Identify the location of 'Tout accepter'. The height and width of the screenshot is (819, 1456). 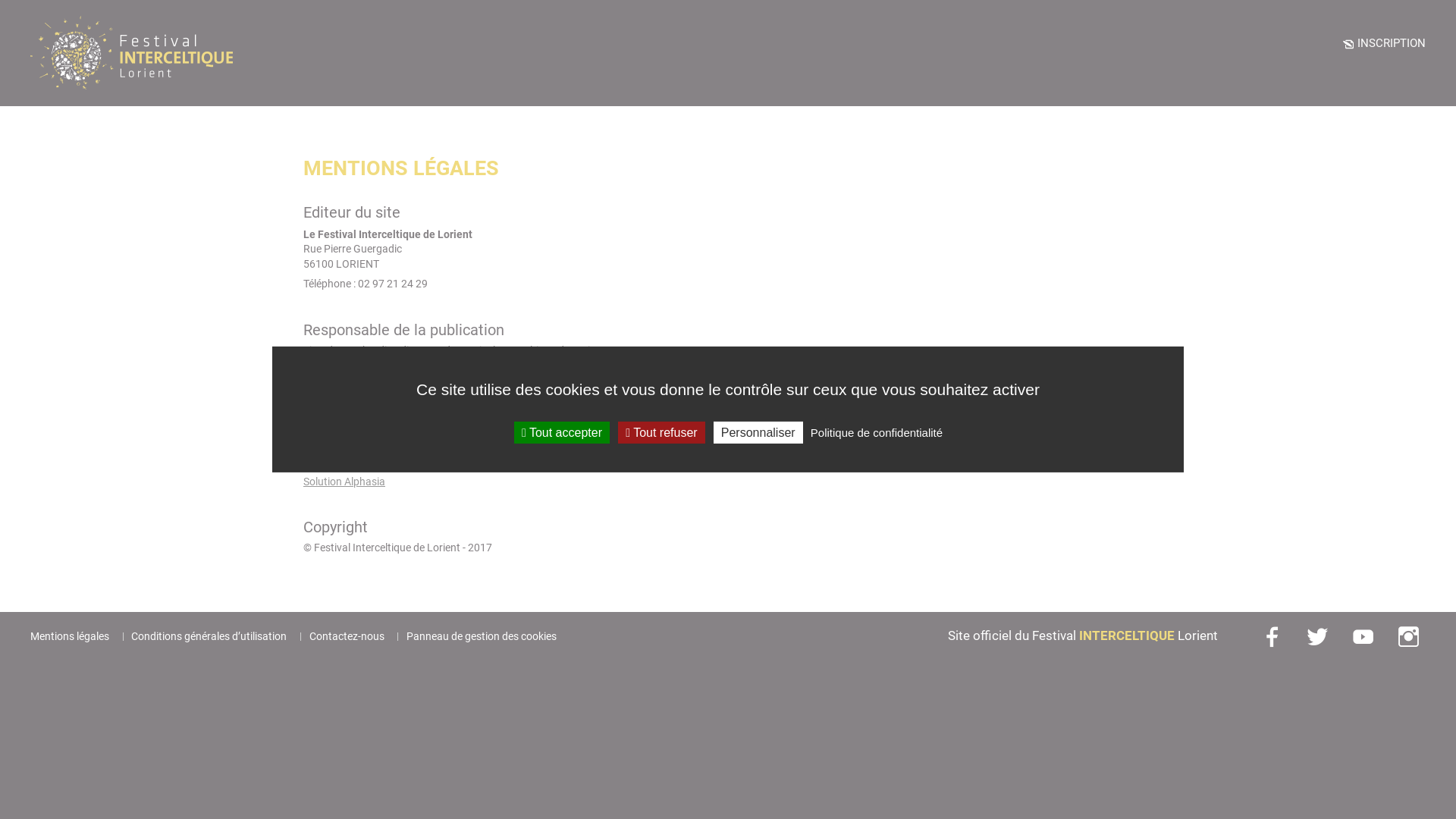
(513, 432).